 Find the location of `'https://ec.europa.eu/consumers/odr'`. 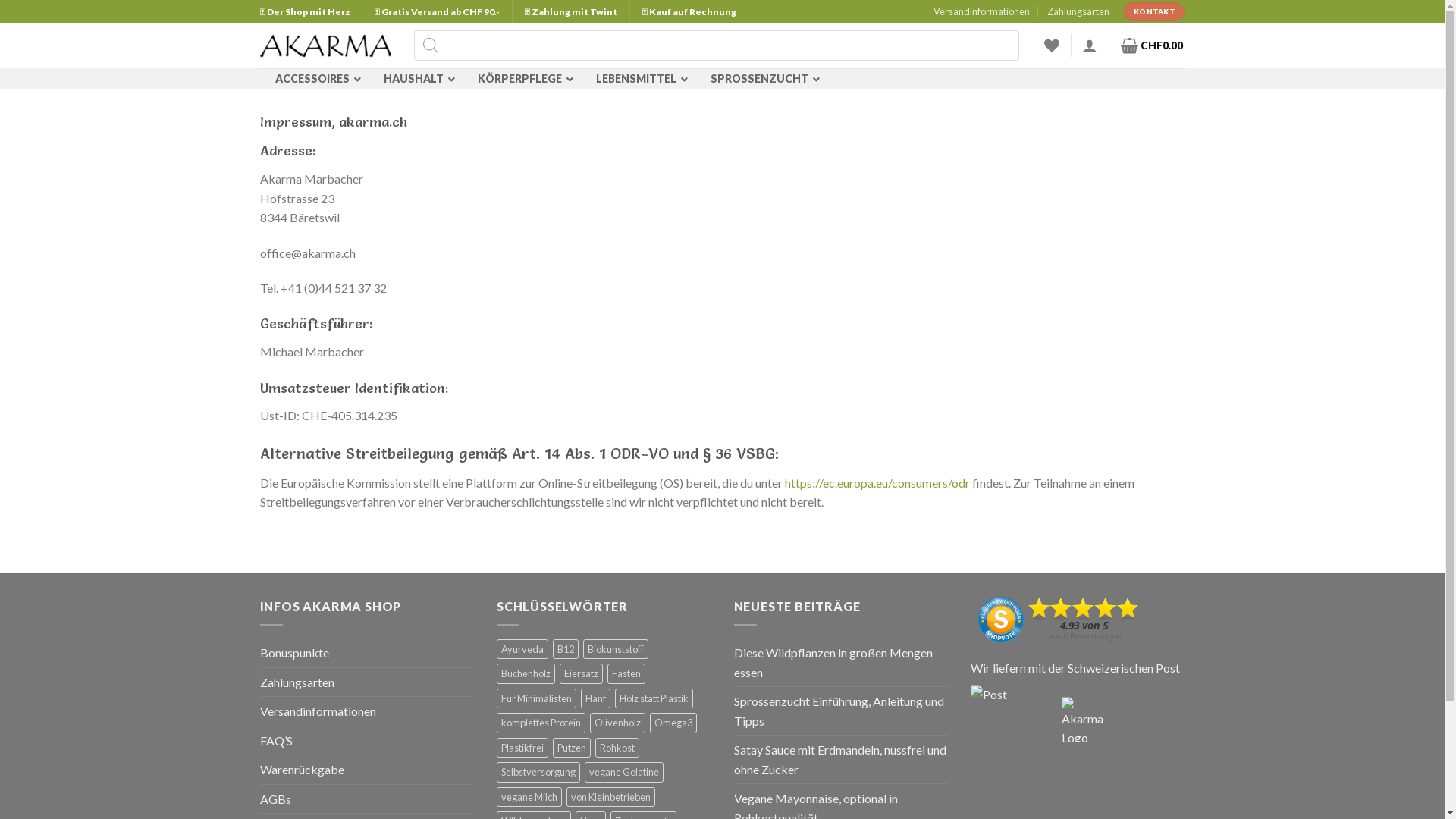

'https://ec.europa.eu/consumers/odr' is located at coordinates (877, 482).